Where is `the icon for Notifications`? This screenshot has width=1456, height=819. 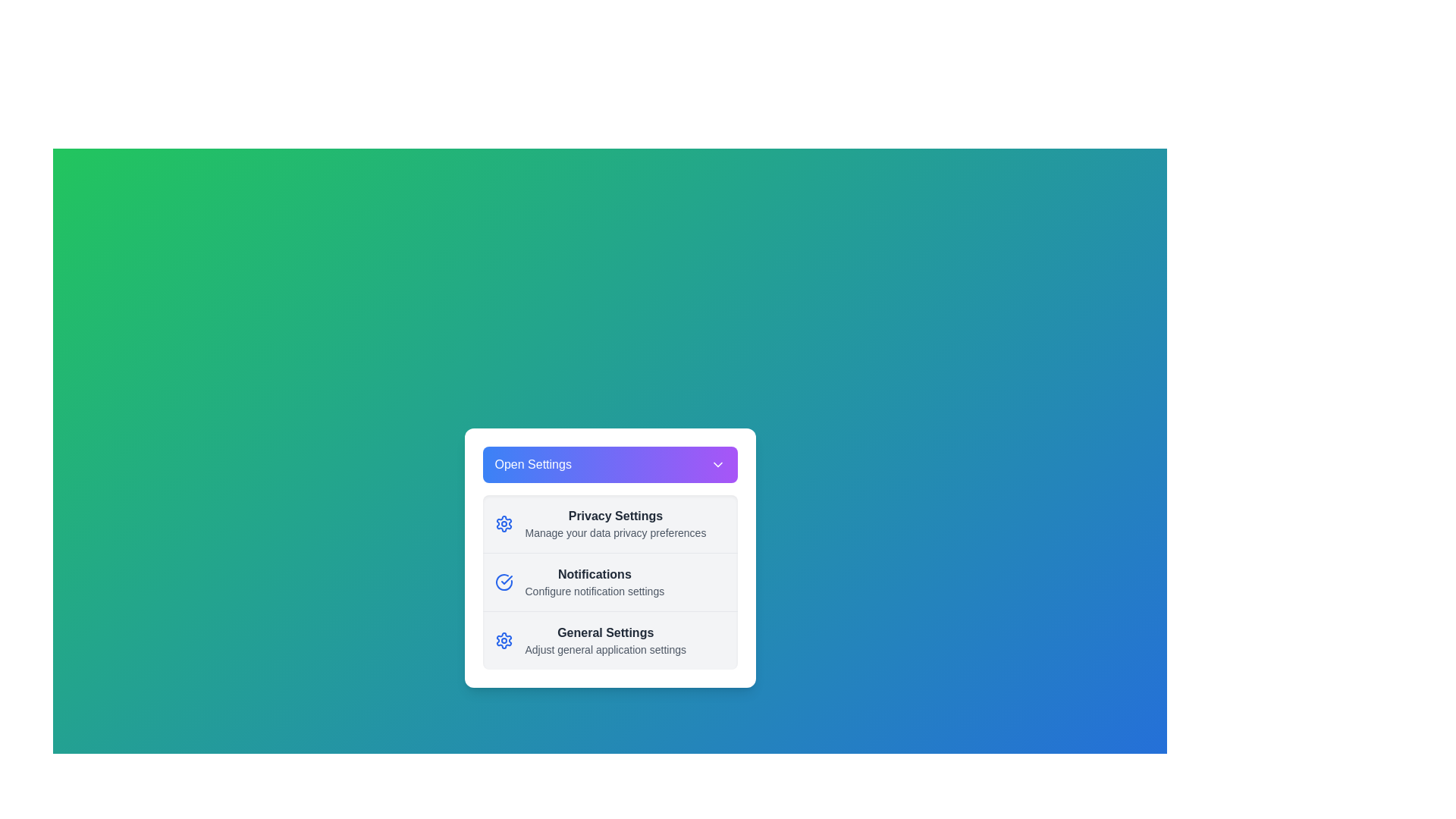
the icon for Notifications is located at coordinates (504, 581).